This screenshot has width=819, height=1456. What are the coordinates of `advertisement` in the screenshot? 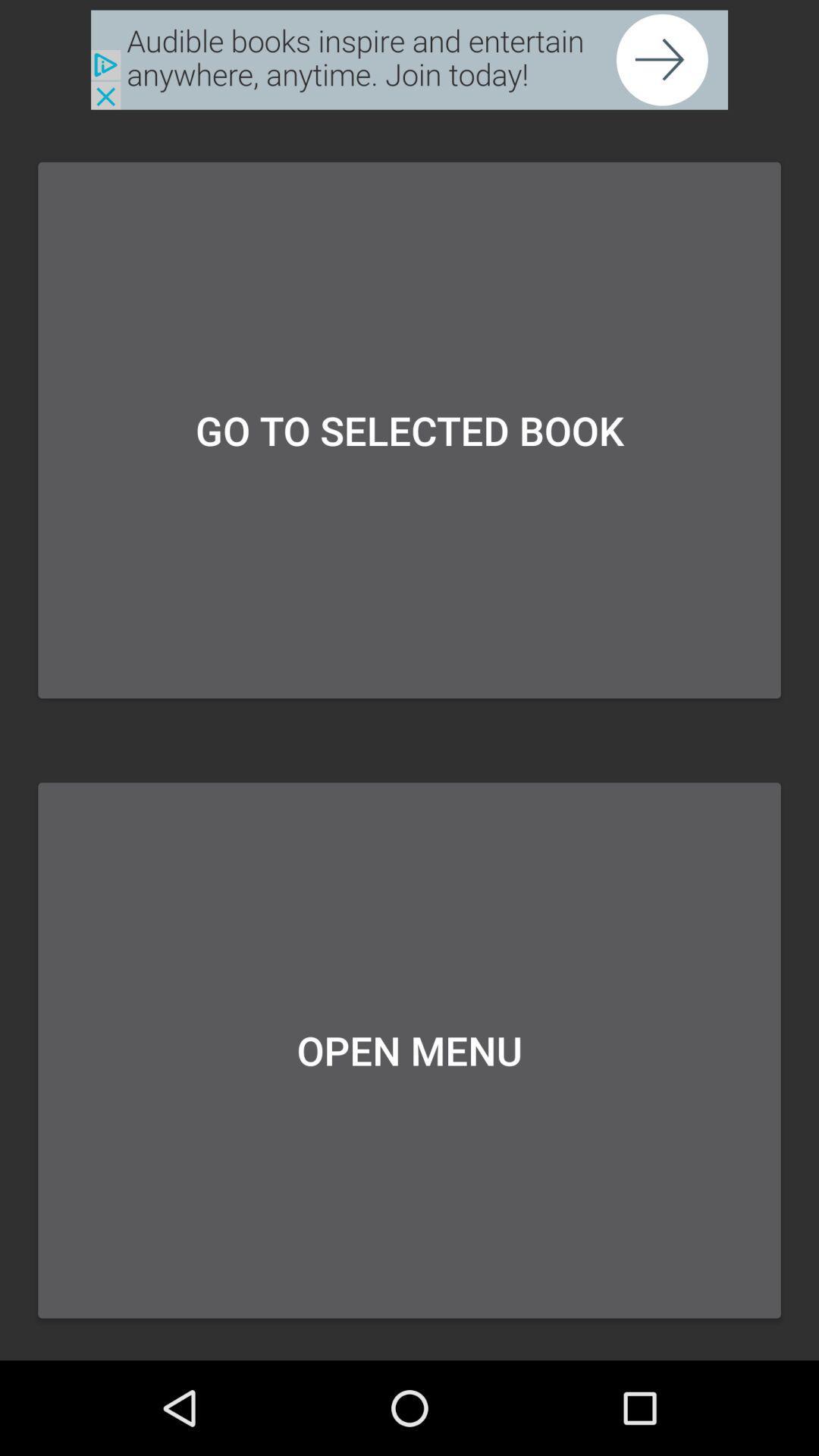 It's located at (409, 60).